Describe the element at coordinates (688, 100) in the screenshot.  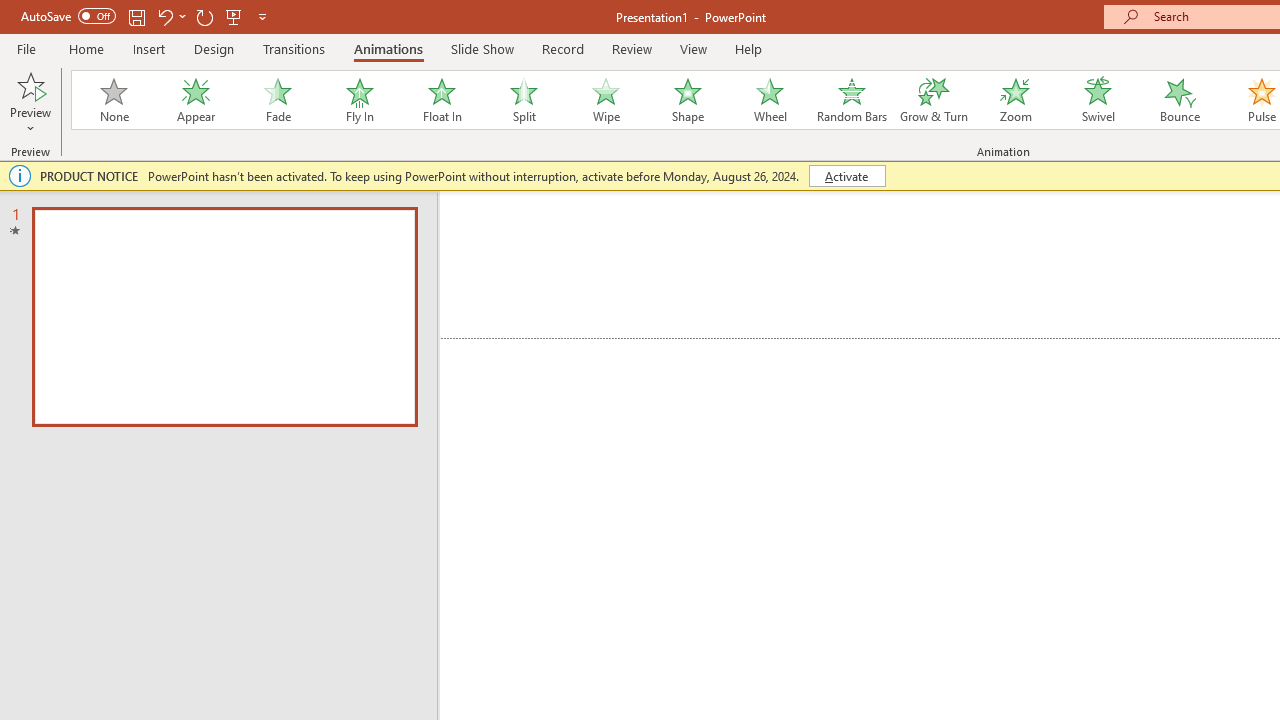
I see `'Shape'` at that location.